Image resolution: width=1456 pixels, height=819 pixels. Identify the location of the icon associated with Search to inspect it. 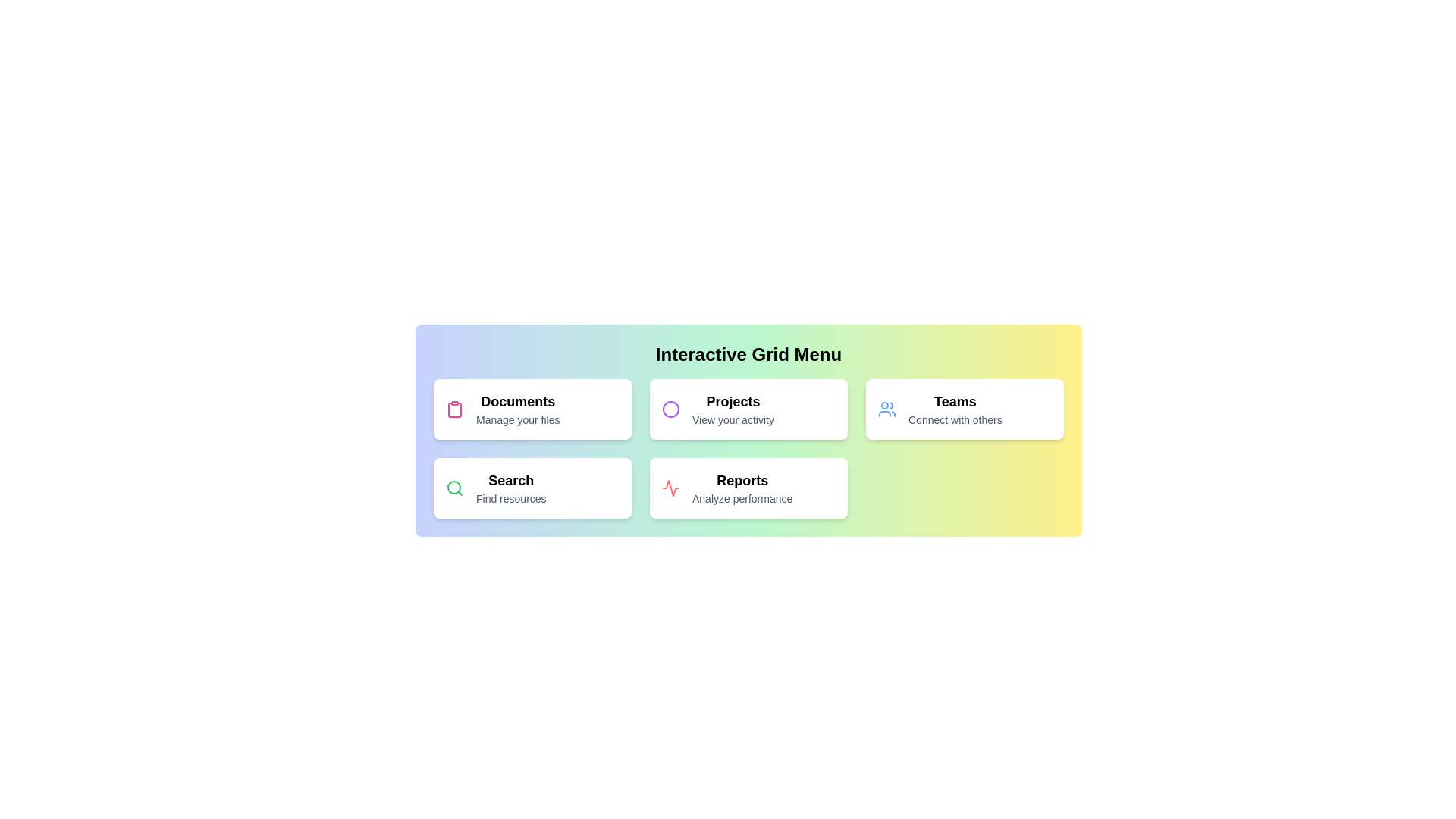
(454, 488).